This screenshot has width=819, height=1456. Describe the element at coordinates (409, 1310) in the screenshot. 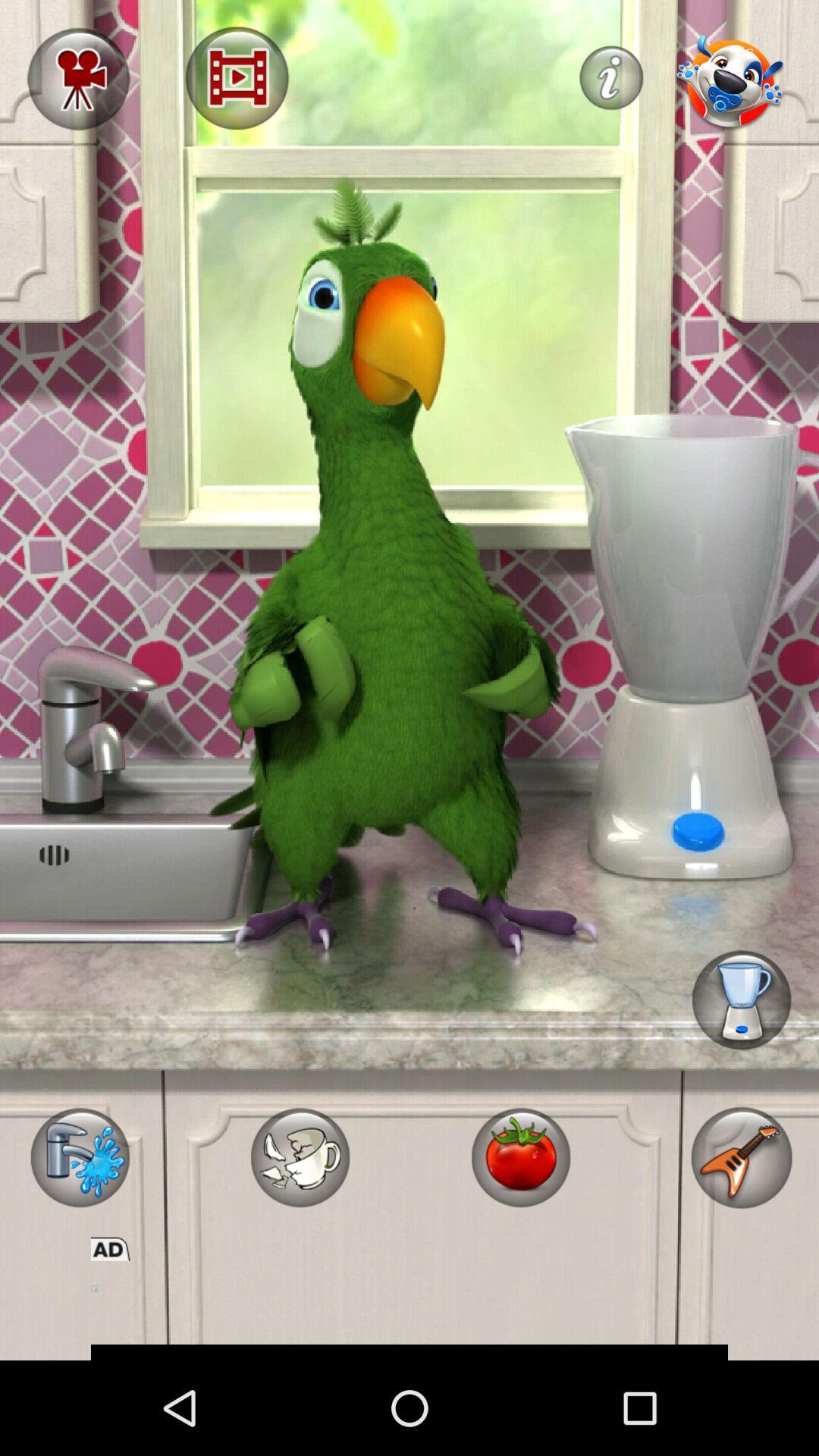

I see `outline page` at that location.